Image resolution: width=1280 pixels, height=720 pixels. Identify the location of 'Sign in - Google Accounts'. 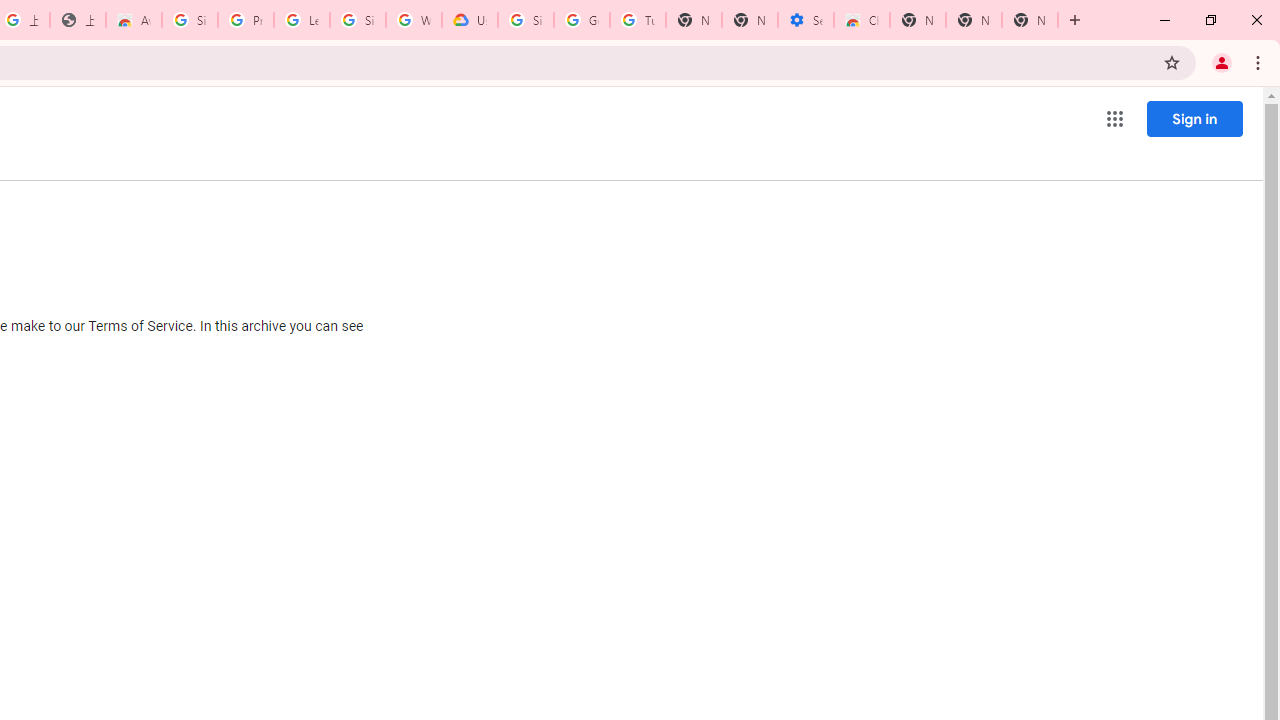
(190, 20).